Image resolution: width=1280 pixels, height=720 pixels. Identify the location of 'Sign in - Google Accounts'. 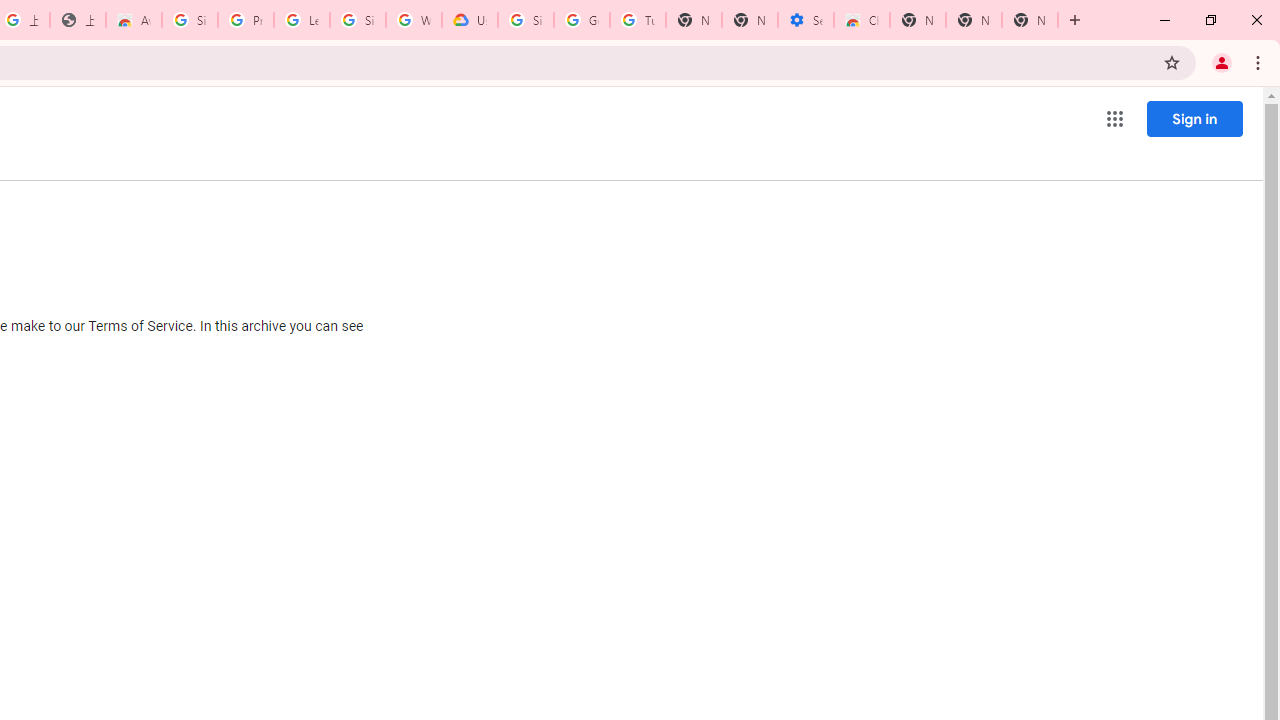
(190, 20).